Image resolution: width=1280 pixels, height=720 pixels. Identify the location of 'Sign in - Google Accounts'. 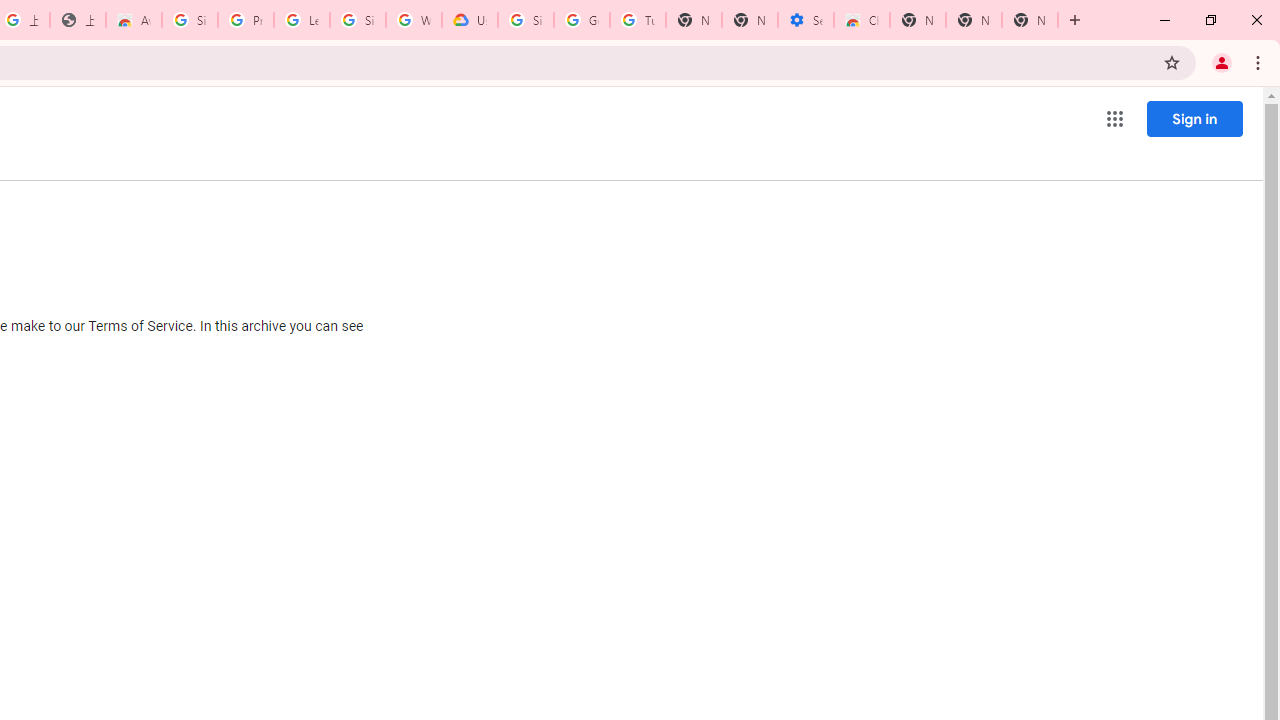
(190, 20).